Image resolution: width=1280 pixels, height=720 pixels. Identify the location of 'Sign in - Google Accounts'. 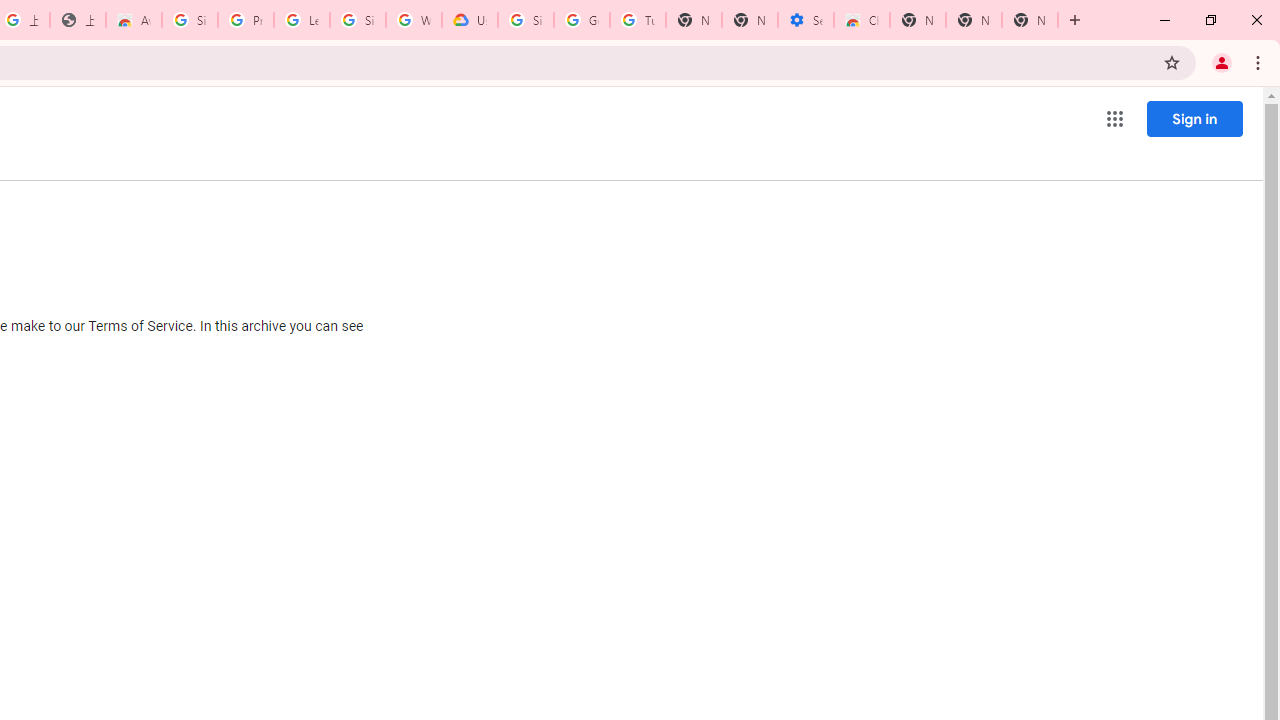
(190, 20).